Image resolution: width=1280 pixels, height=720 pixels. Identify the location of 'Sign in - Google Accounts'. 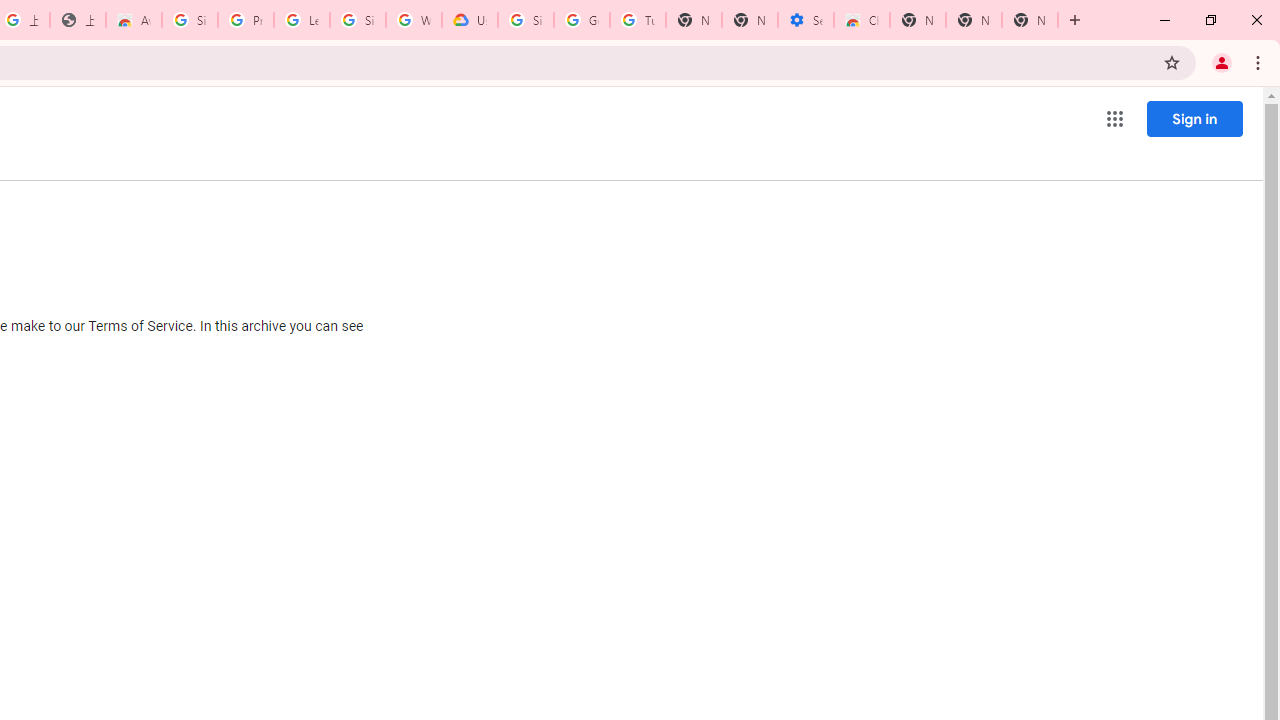
(190, 20).